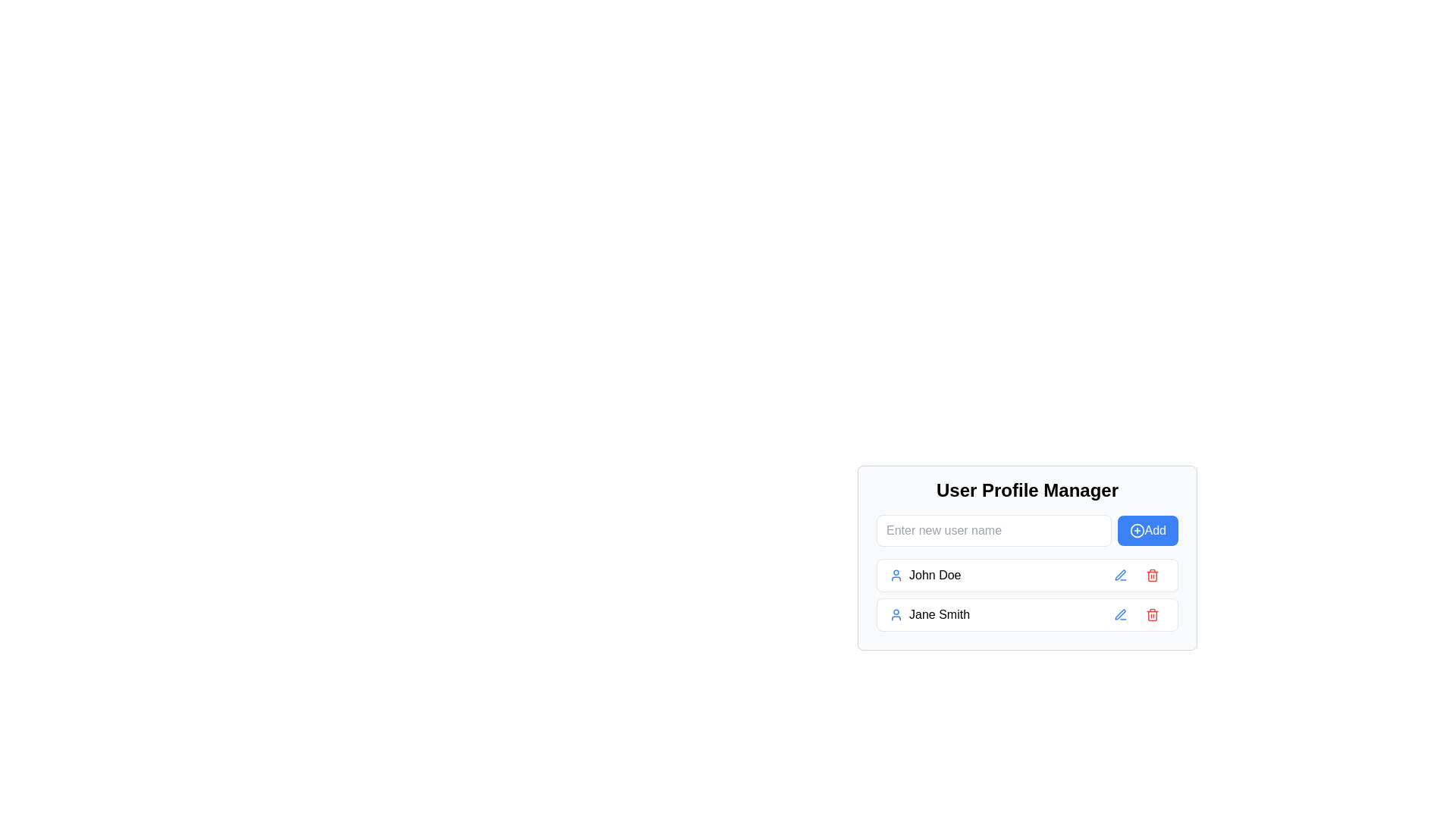  Describe the element at coordinates (1137, 529) in the screenshot. I see `the 'Add' button located at the upper-right side of the 'User Profile Manager' card by clicking on its graphical circle element` at that location.